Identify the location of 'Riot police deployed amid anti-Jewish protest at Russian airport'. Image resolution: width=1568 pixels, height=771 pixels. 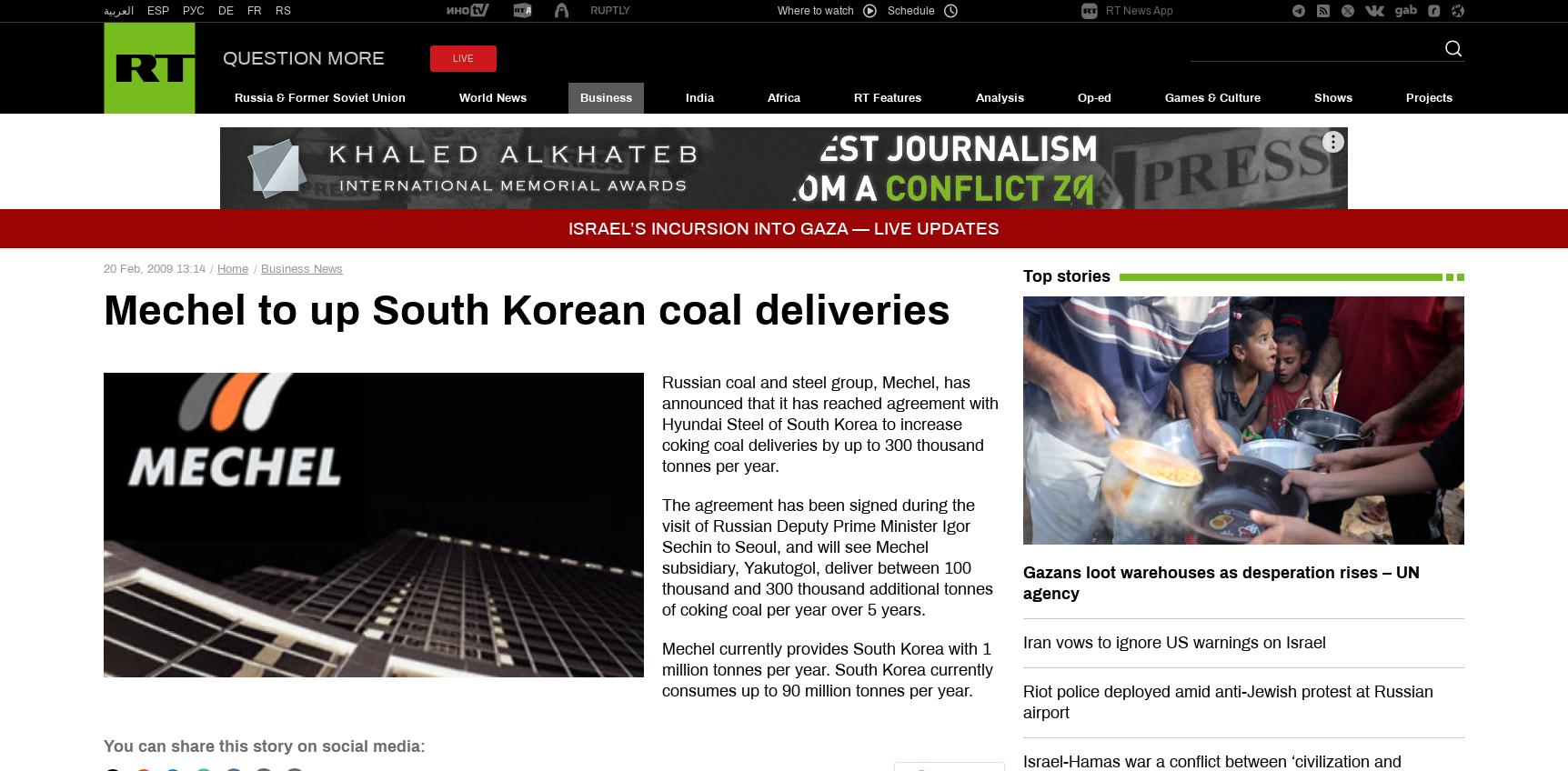
(1227, 701).